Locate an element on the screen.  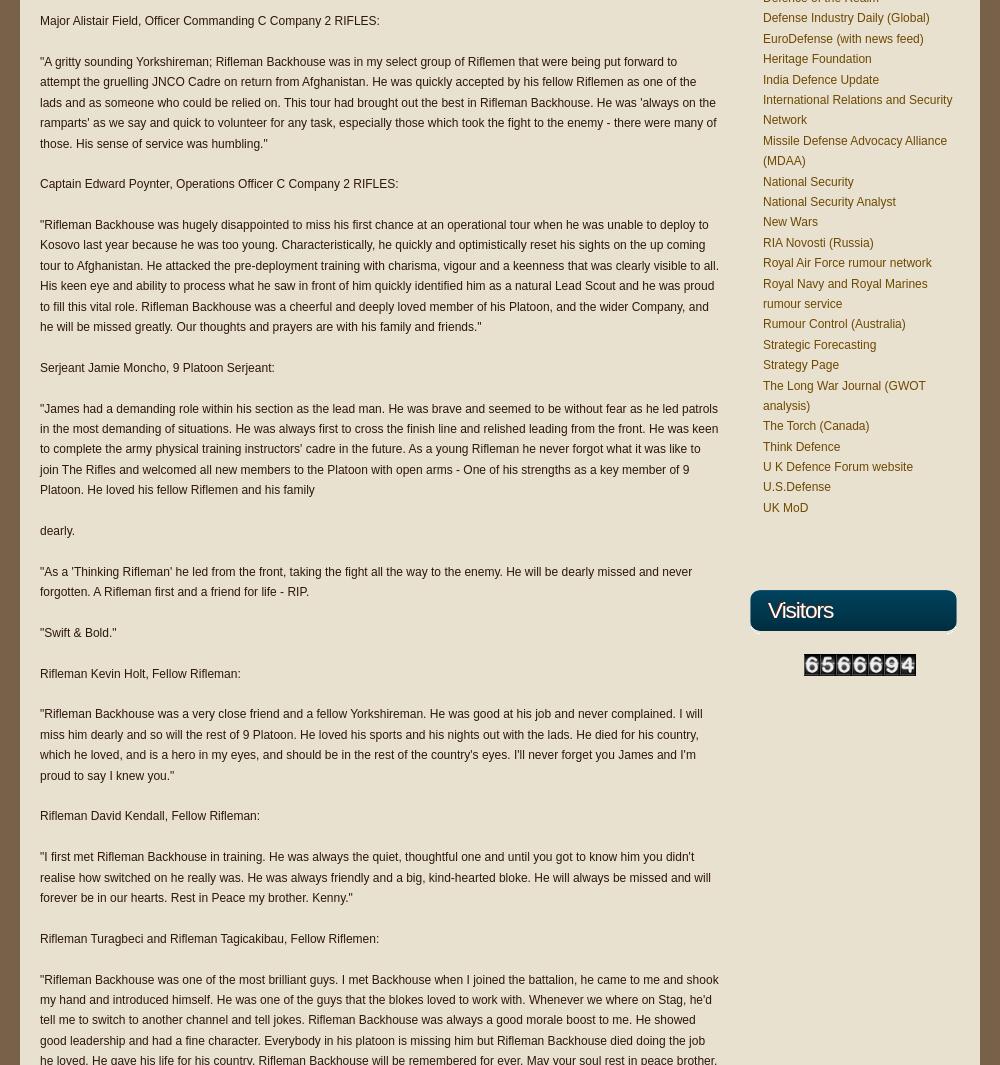
'Serjeant Jamie Moncho, 9 Platoon Serjeant:' is located at coordinates (157, 365).